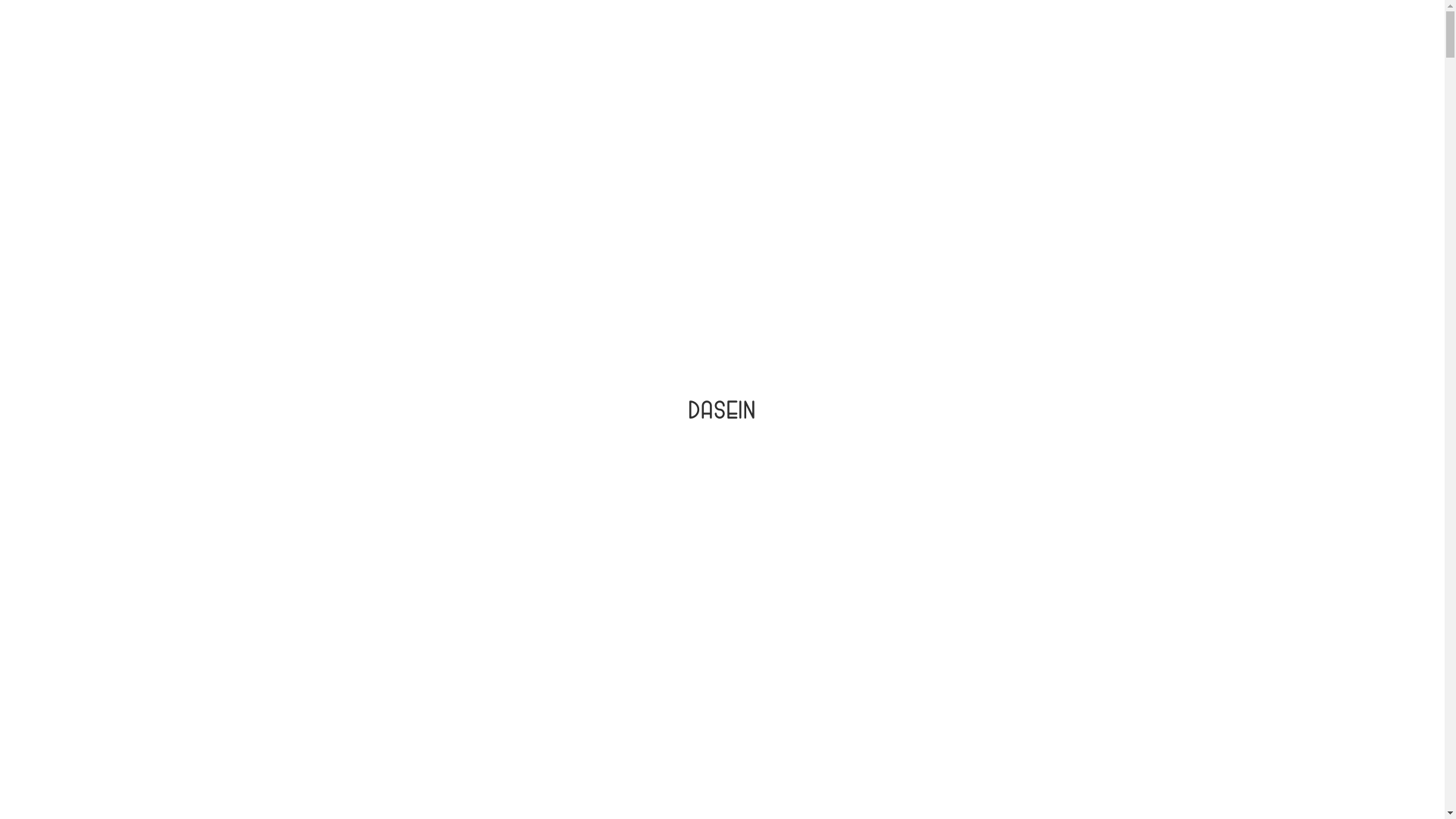 The width and height of the screenshot is (1456, 819). What do you see at coordinates (1042, 55) in the screenshot?
I see `'BLOG'` at bounding box center [1042, 55].